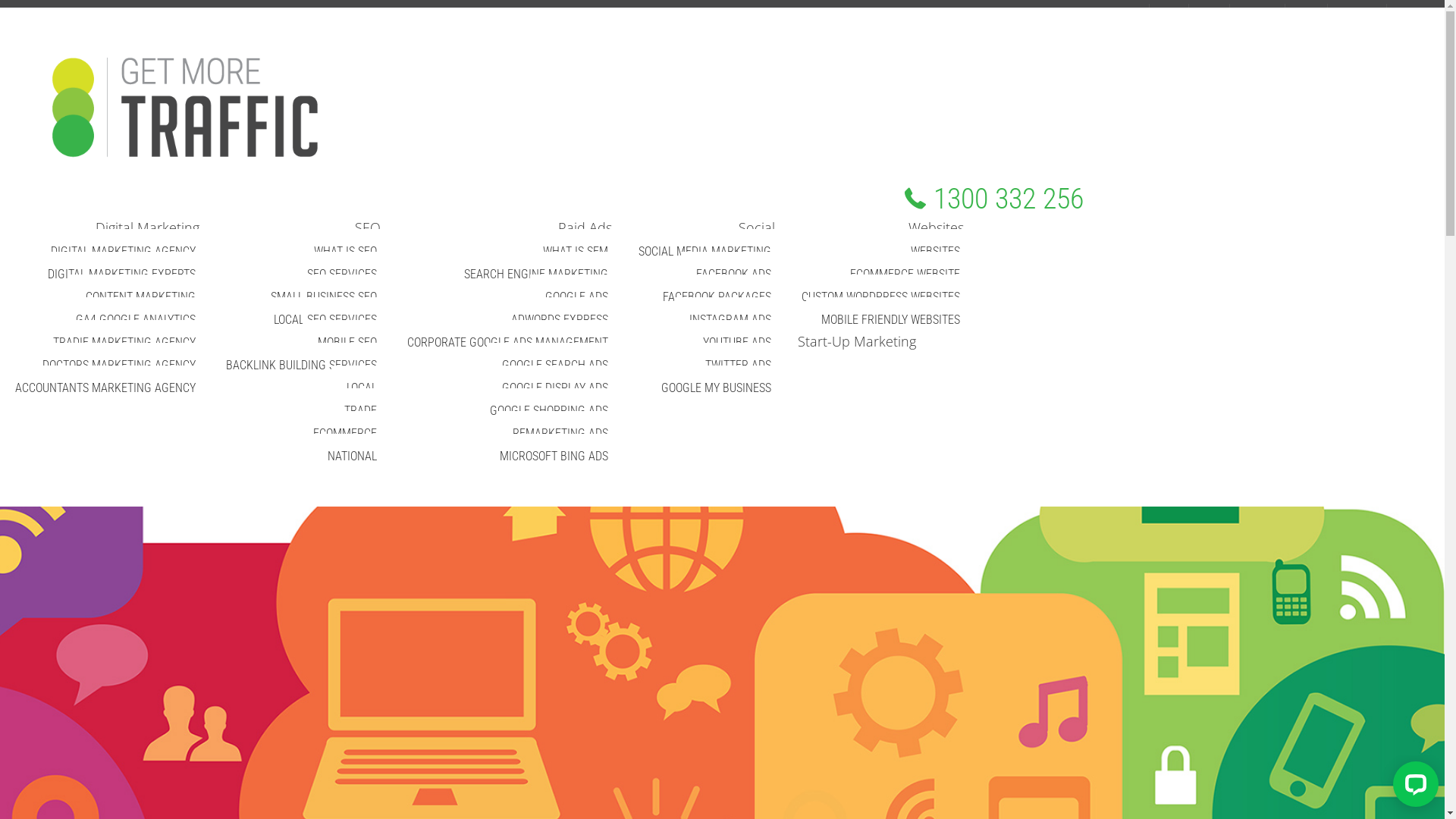  What do you see at coordinates (121, 274) in the screenshot?
I see `'DIGITAL MARKETING EXPERTS'` at bounding box center [121, 274].